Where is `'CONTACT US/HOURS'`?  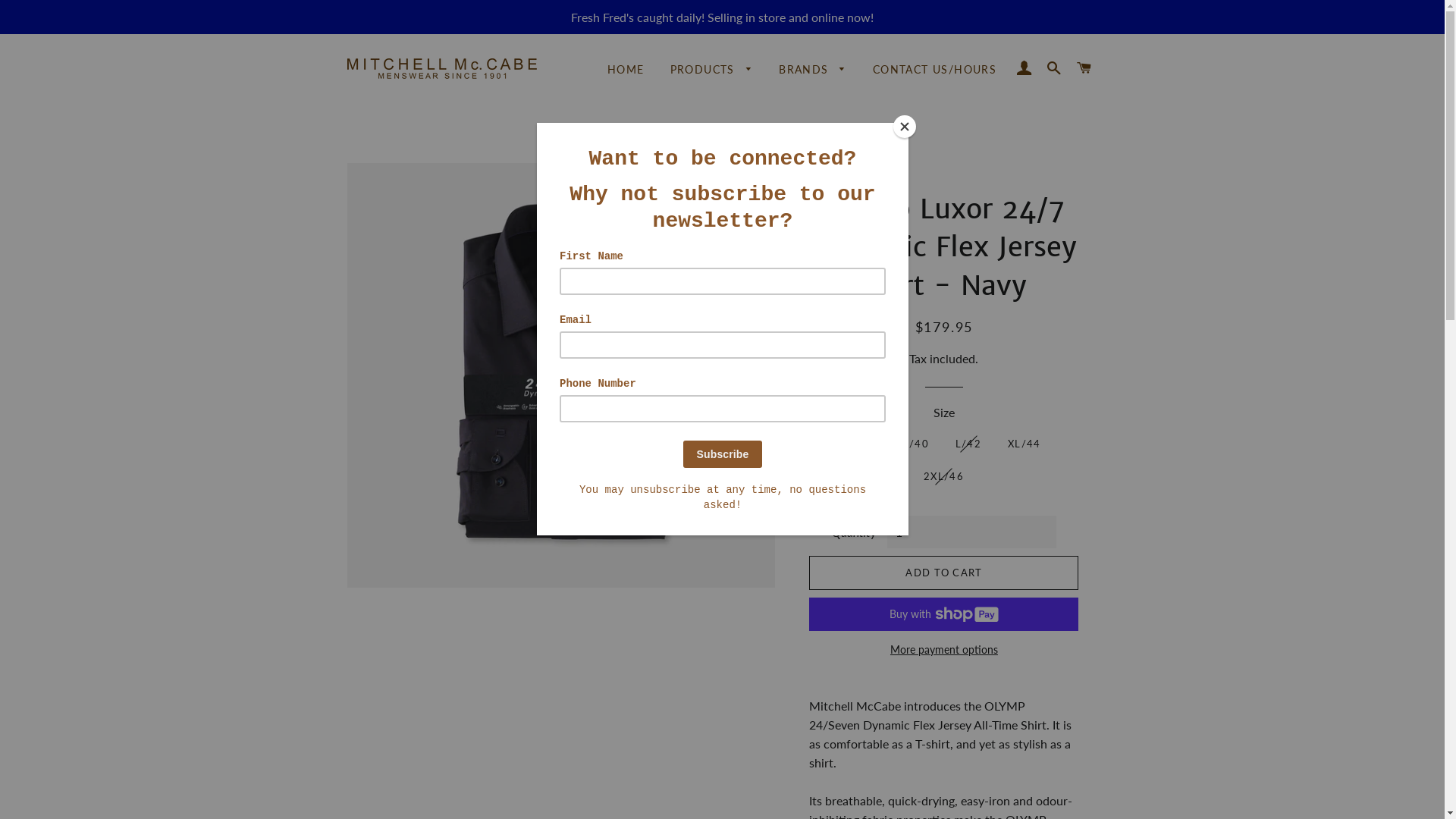
'CONTACT US/HOURS' is located at coordinates (861, 70).